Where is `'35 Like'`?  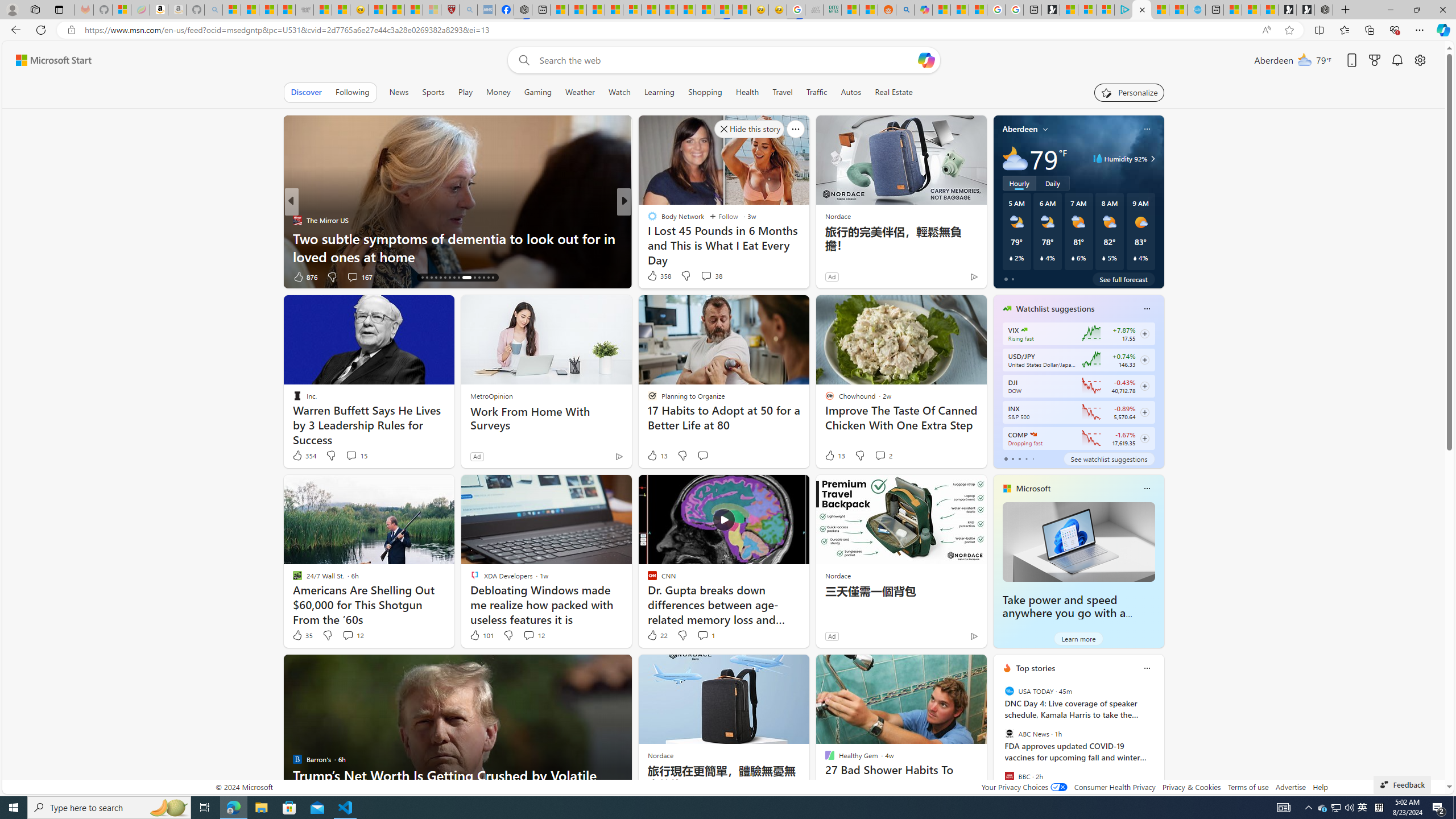 '35 Like' is located at coordinates (301, 634).